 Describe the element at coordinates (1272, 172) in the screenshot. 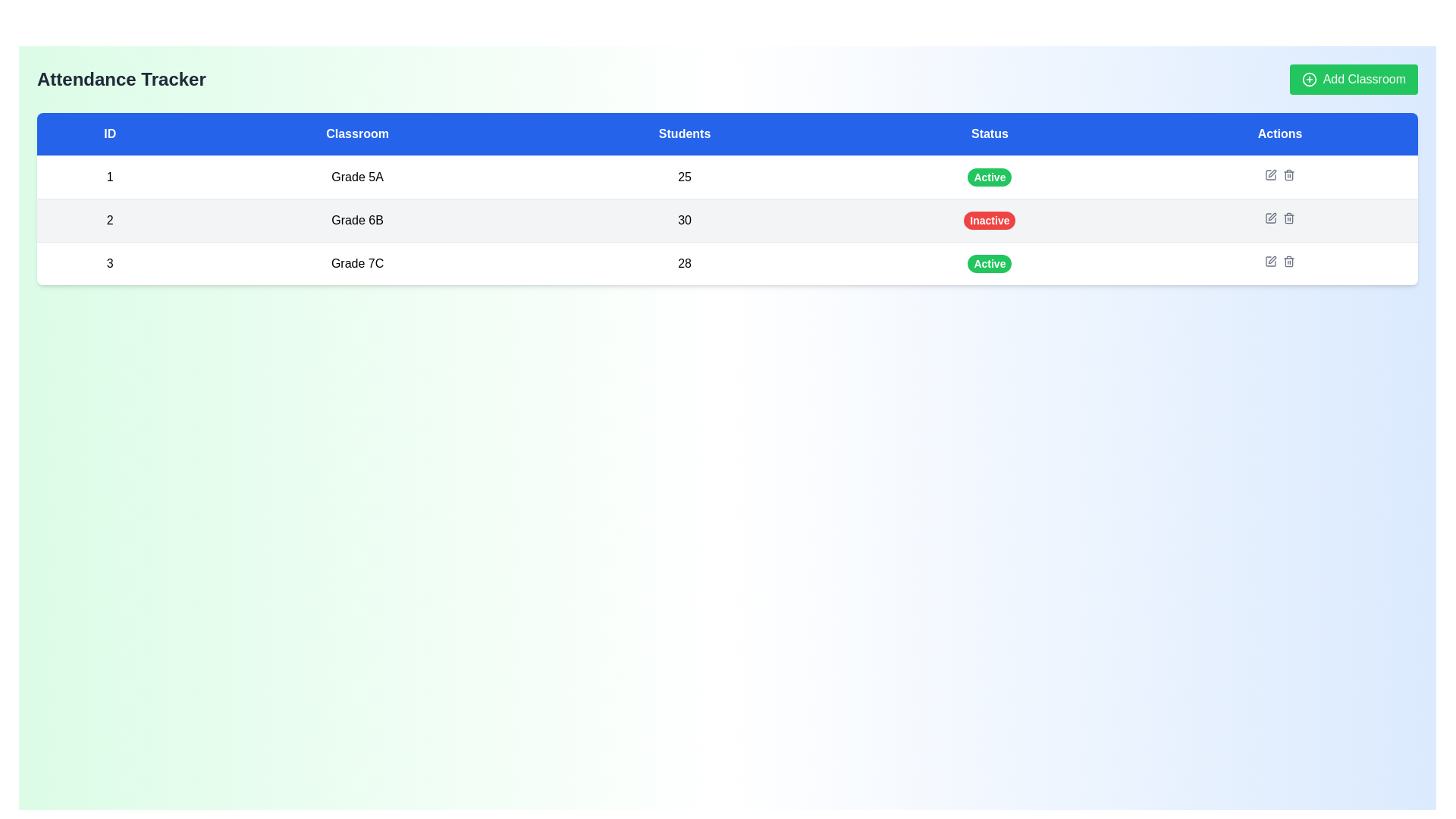

I see `the 'Edit' button (pen icon) in the Actions column of the second row for the classroom 'Grade 6B' to initiate editing` at that location.